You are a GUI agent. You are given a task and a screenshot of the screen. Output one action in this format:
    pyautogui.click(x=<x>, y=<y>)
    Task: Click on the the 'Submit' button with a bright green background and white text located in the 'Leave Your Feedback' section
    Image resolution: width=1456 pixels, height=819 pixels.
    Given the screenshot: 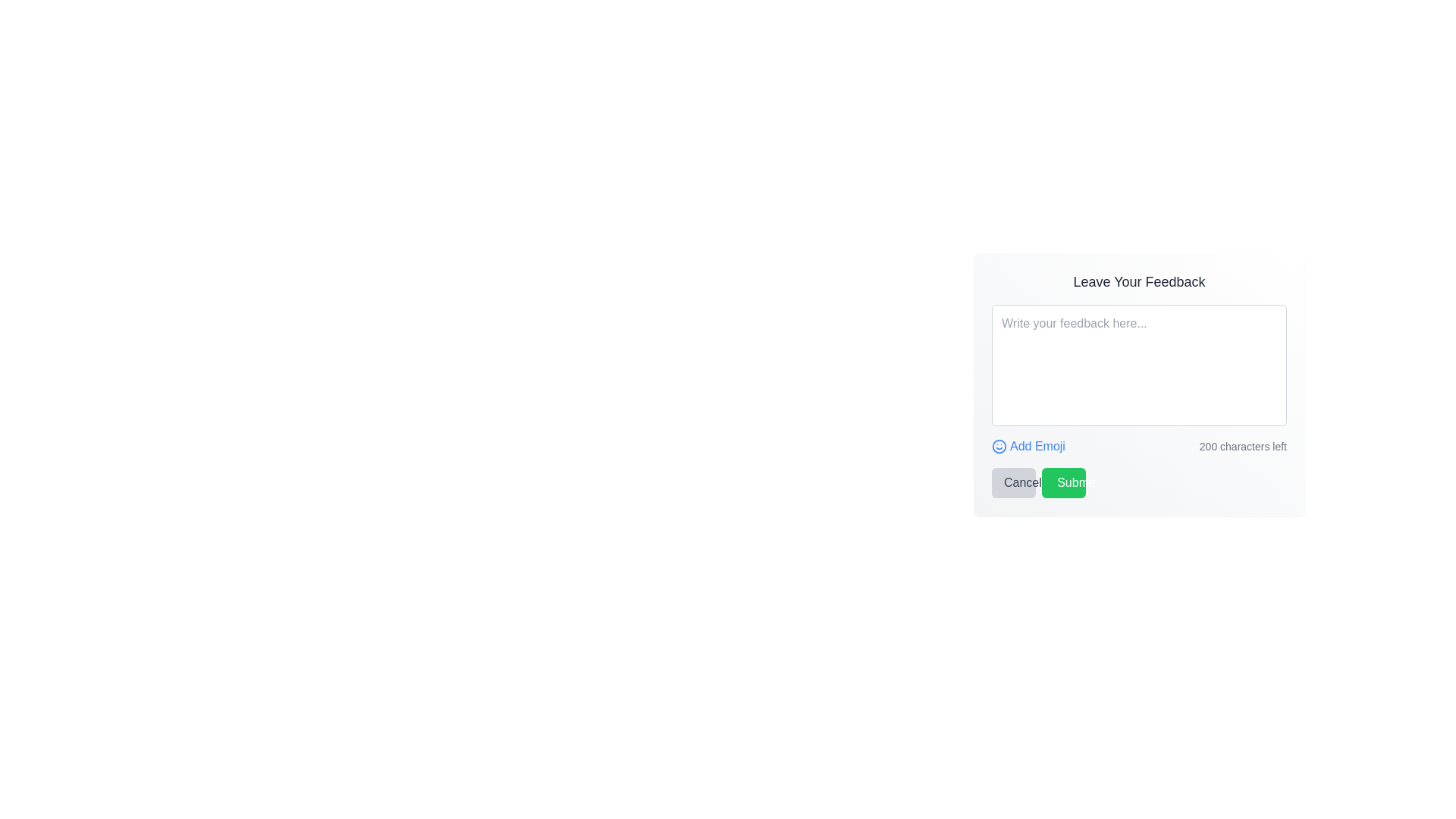 What is the action you would take?
    pyautogui.click(x=1063, y=482)
    